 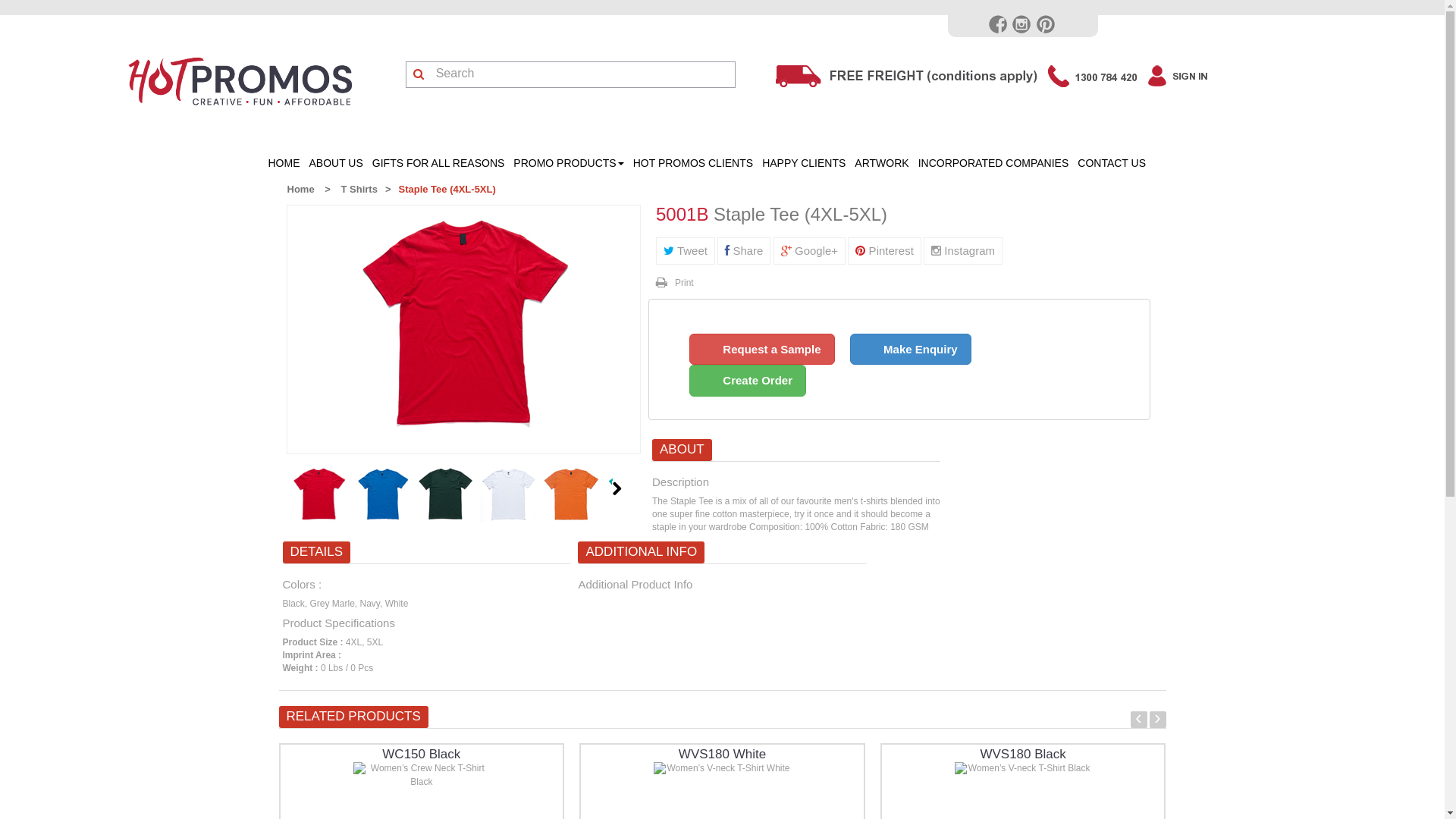 I want to click on 'HOME', so click(x=263, y=163).